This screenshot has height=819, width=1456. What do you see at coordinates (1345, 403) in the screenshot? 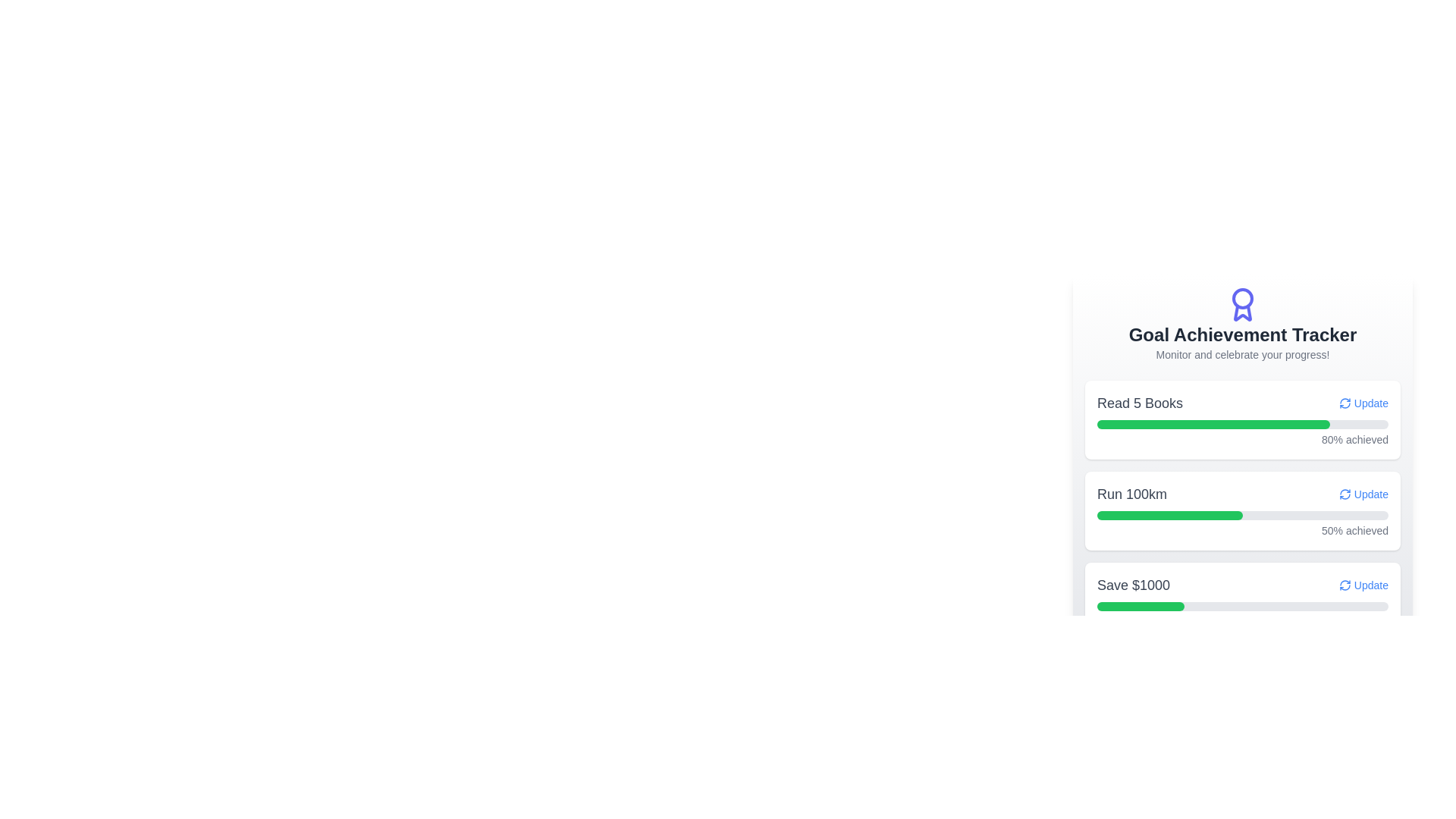
I see `the update icon located to the immediate right of the 'Update' text in the first achievement entry titled 'Read 5 Books' to initiate the update action` at bounding box center [1345, 403].